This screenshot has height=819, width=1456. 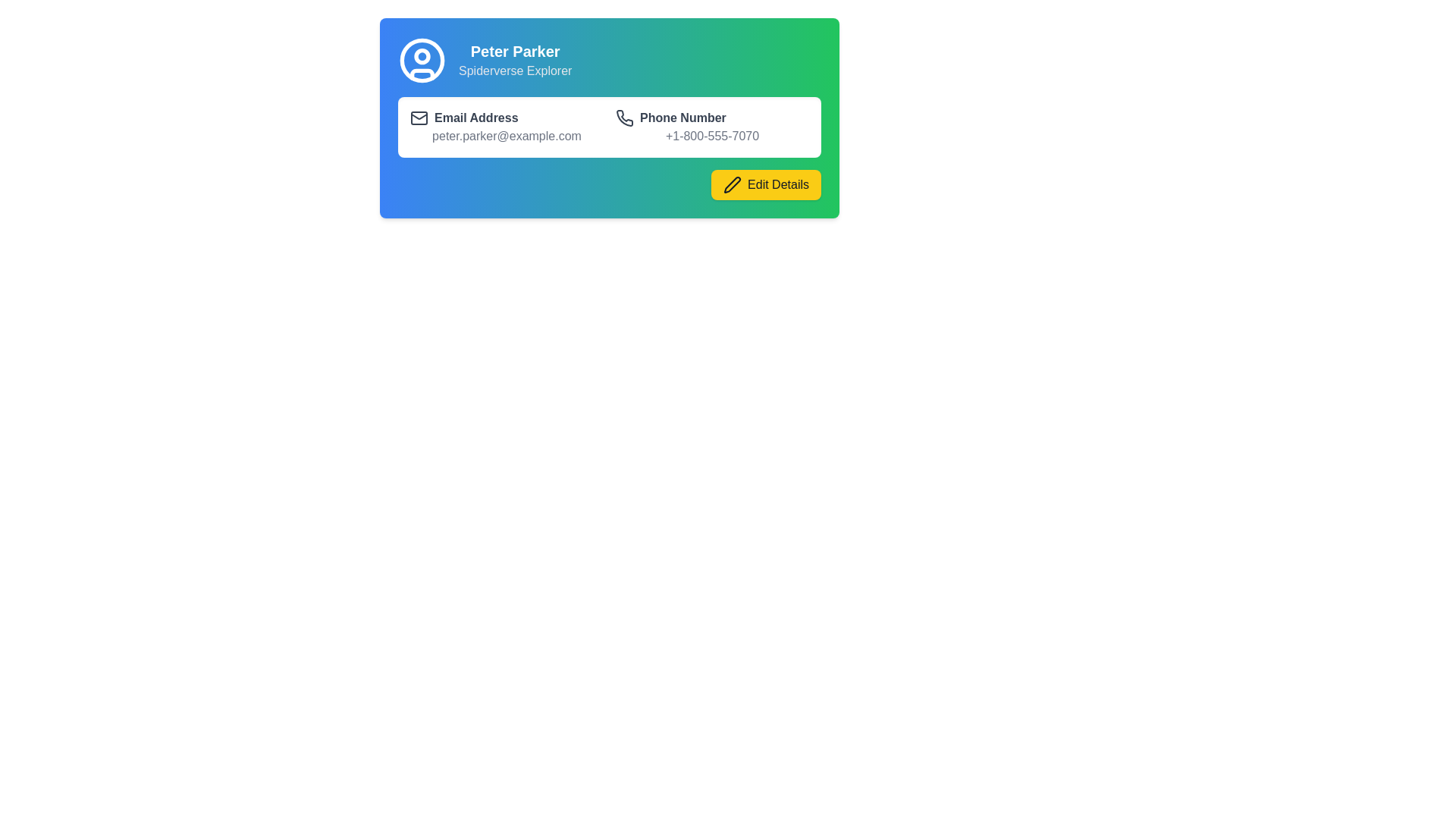 What do you see at coordinates (625, 117) in the screenshot?
I see `the phone icon, which is styled with a thin outline and a curved handle, located to the left of the 'Phone Number' label in the contact details section` at bounding box center [625, 117].